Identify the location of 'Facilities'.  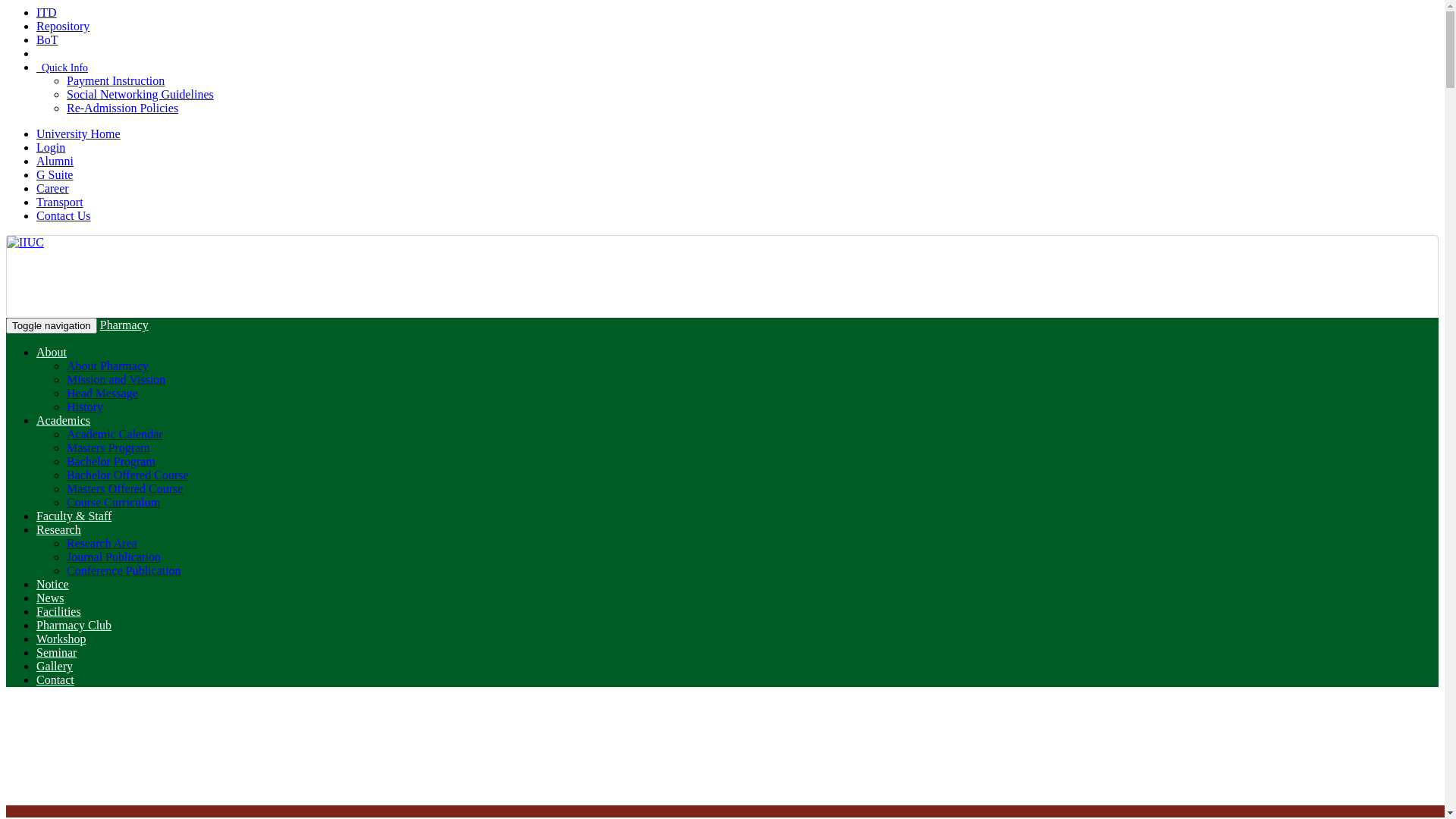
(58, 610).